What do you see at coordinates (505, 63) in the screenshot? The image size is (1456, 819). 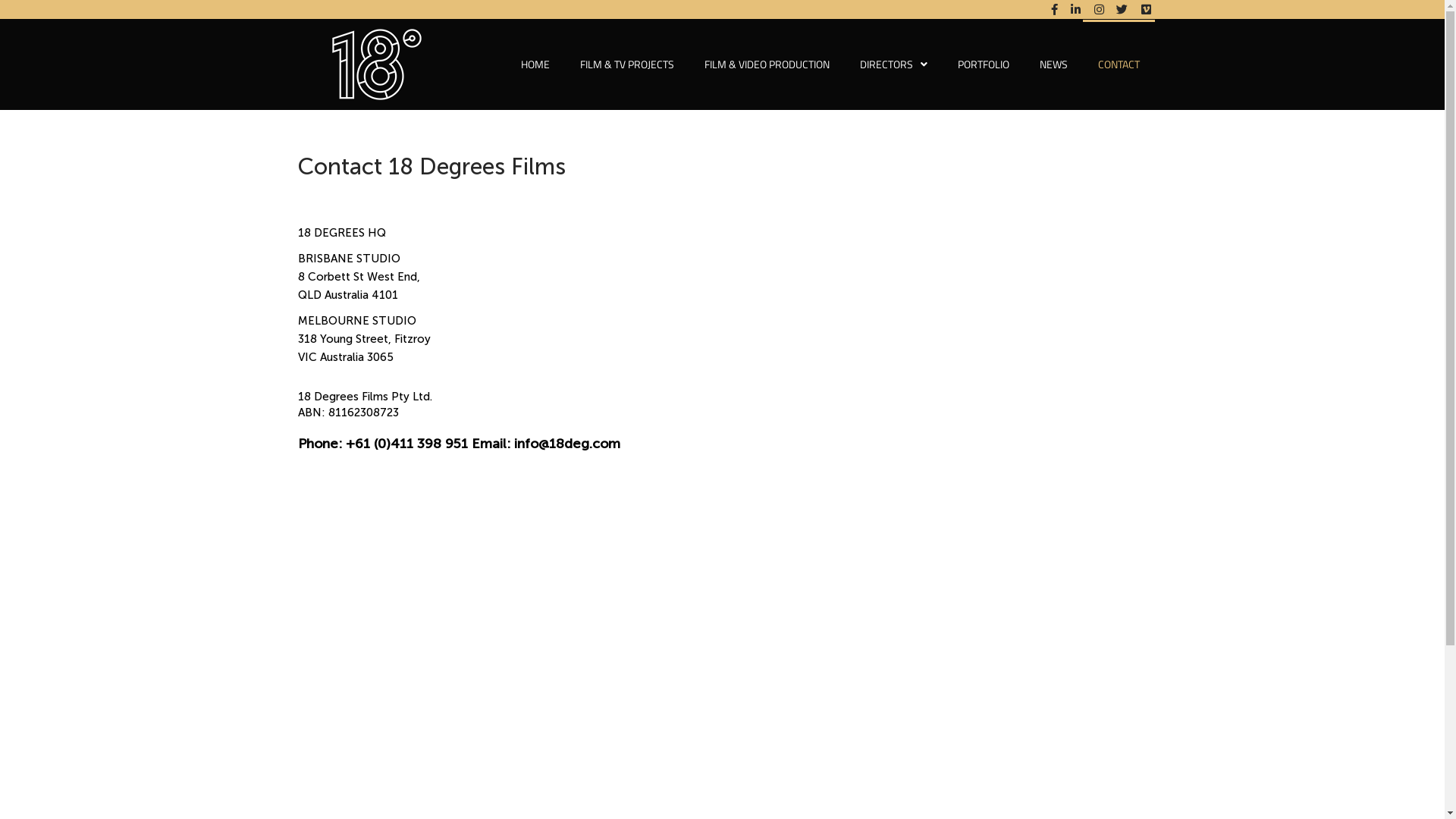 I see `'HOME'` at bounding box center [505, 63].